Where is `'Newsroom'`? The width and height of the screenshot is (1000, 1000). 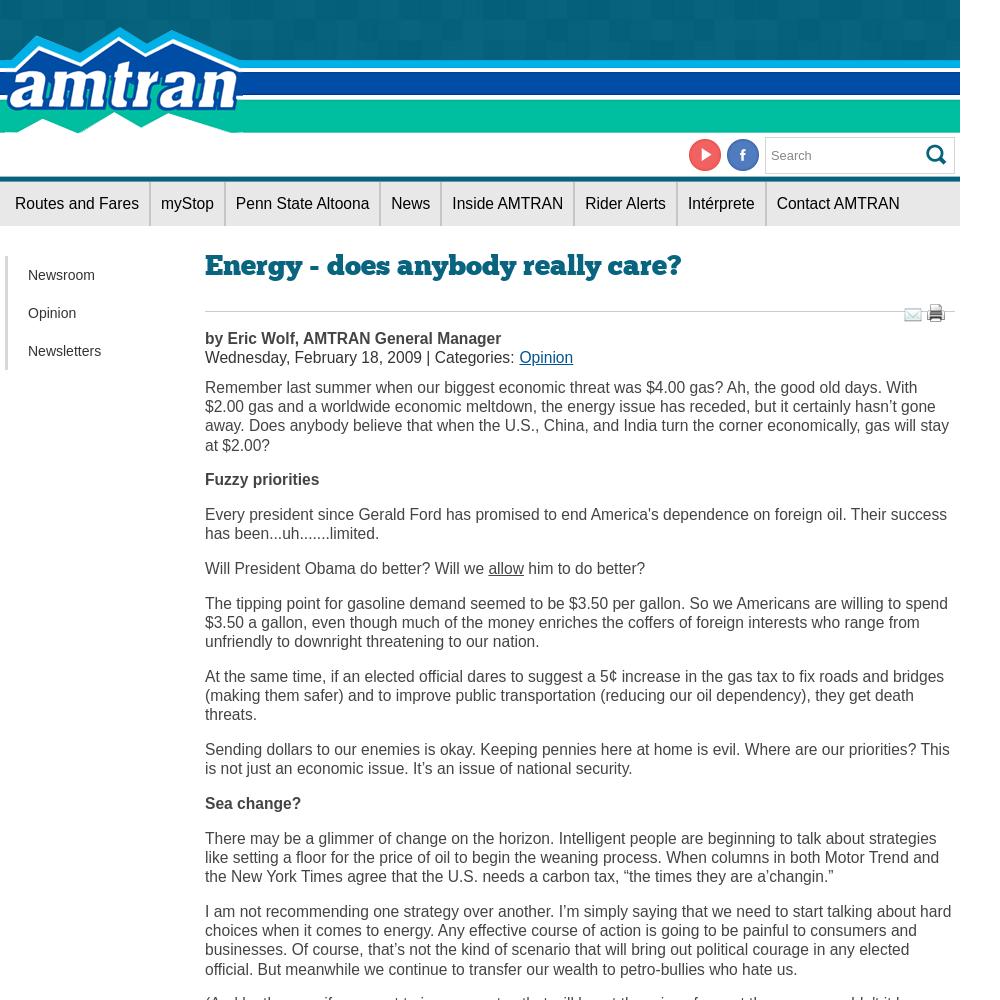
'Newsroom' is located at coordinates (61, 275).